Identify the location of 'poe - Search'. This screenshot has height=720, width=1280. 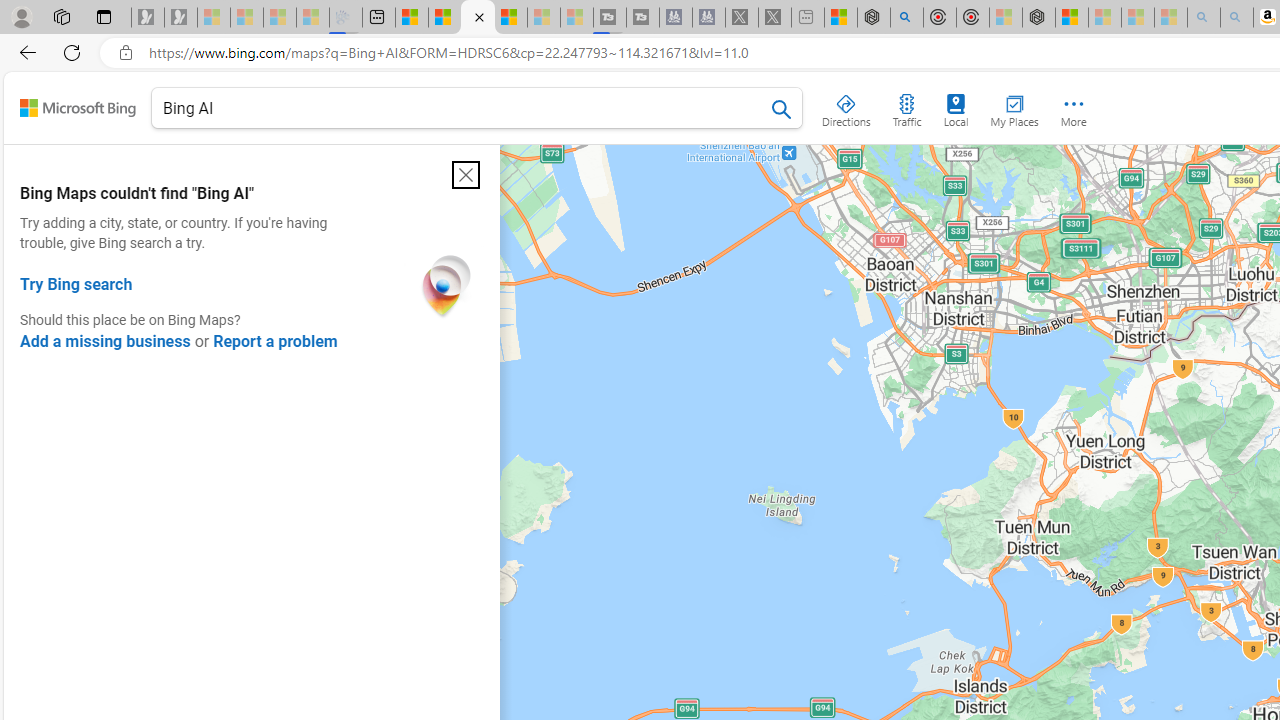
(905, 17).